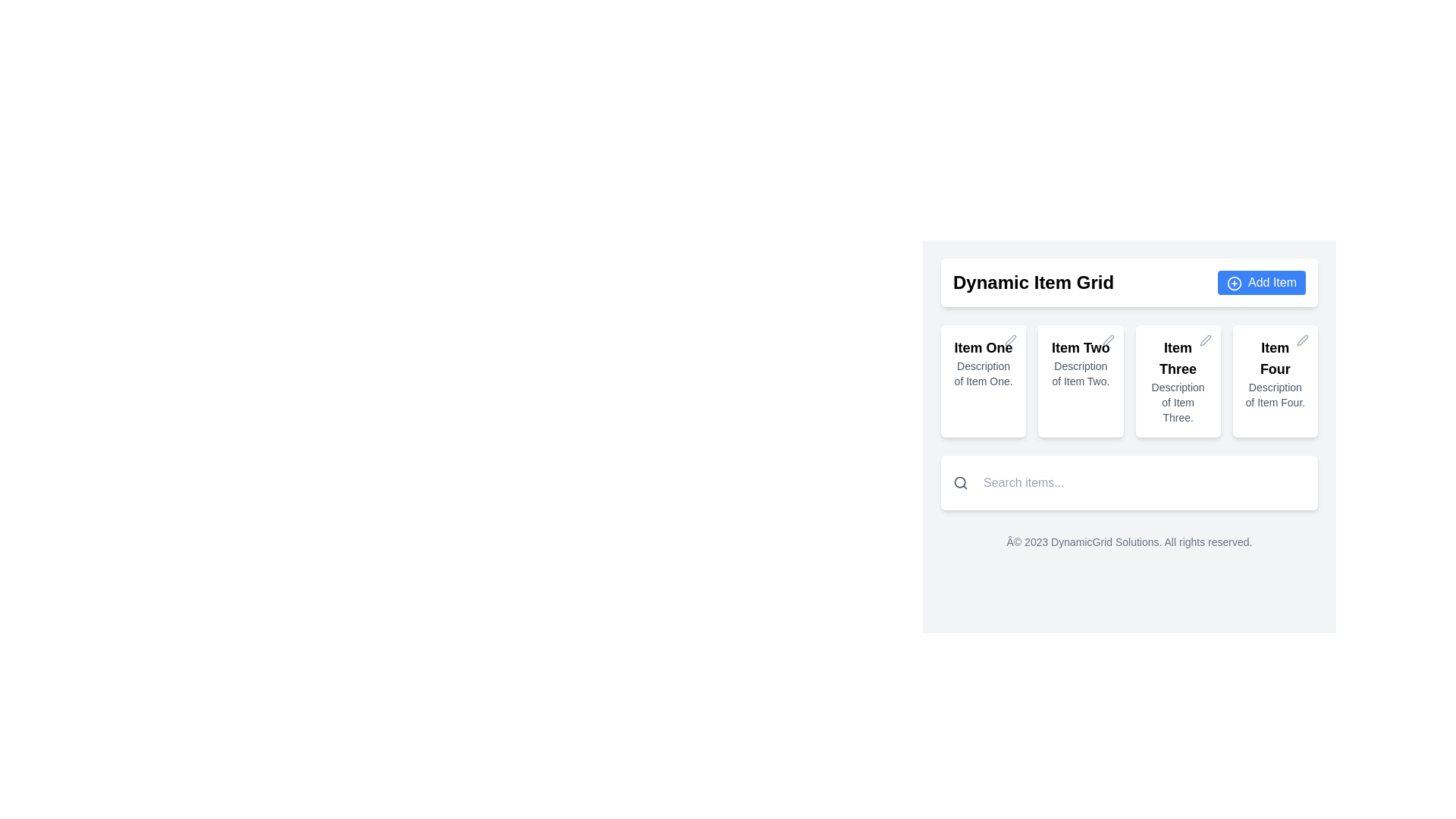  What do you see at coordinates (984, 380) in the screenshot?
I see `contents of the first card in the grid, which displays summarized information about an item and has an interactive edit icon` at bounding box center [984, 380].